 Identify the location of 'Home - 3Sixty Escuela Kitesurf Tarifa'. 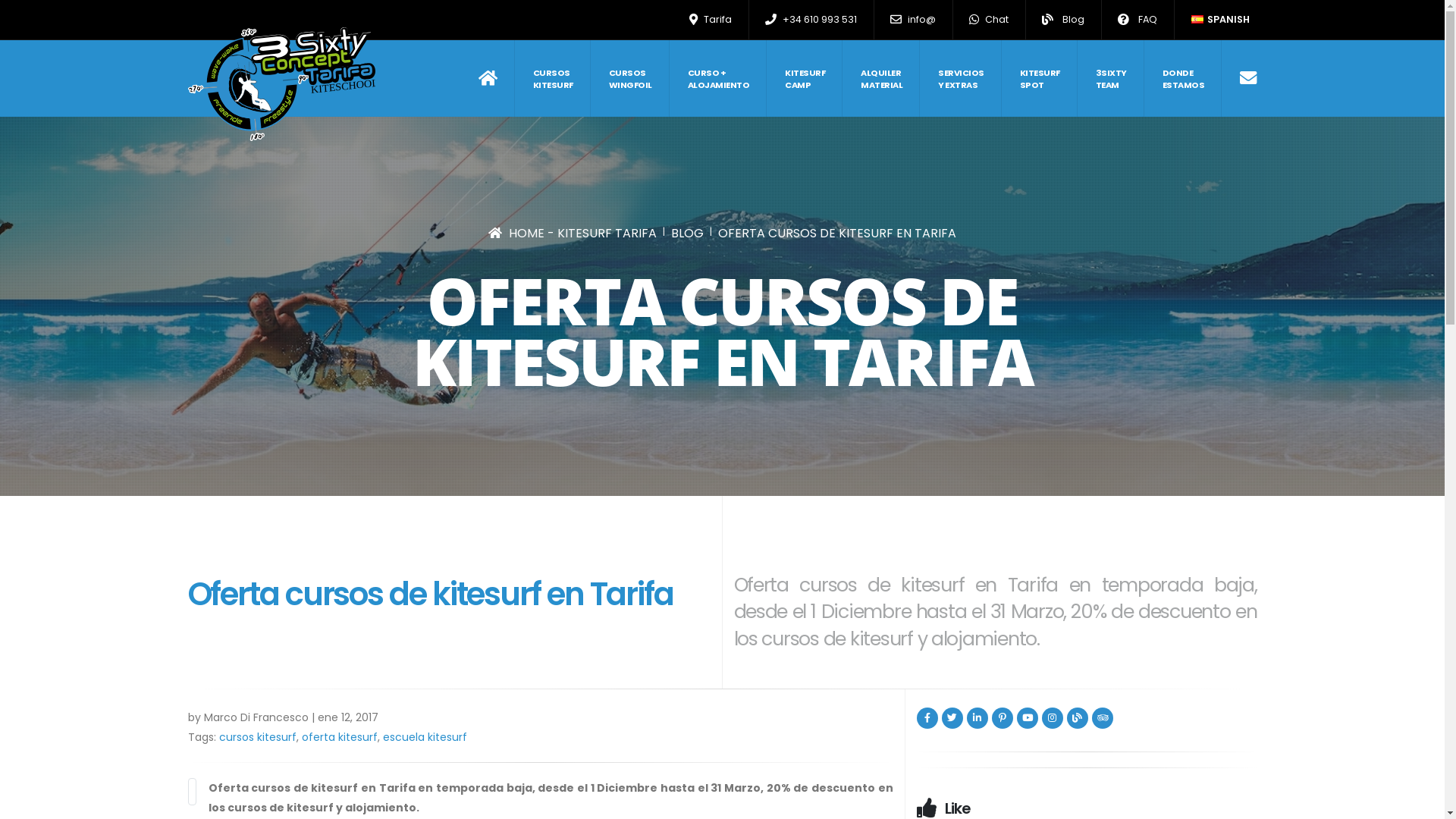
(281, 84).